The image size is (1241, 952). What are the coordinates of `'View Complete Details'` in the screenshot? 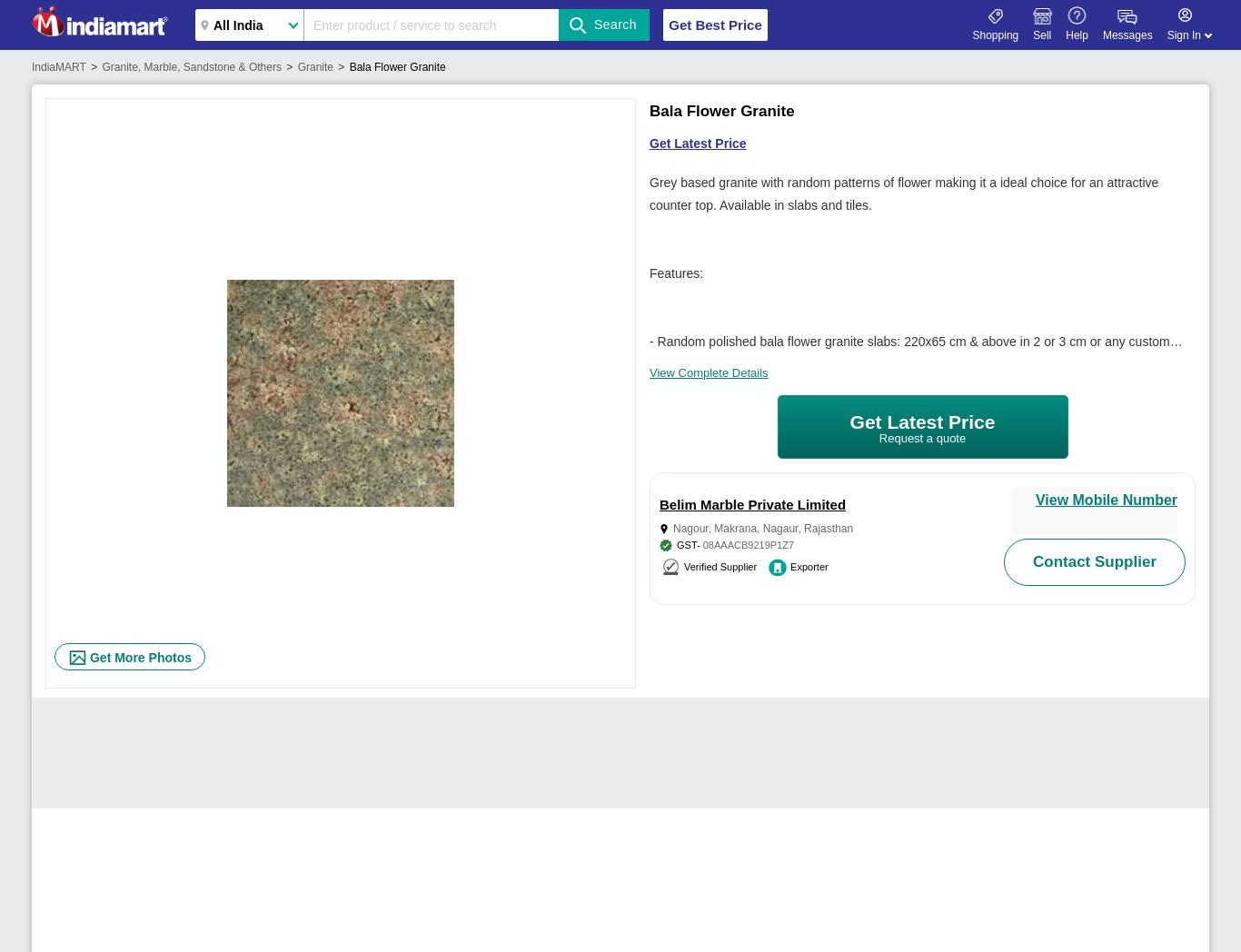 It's located at (708, 372).